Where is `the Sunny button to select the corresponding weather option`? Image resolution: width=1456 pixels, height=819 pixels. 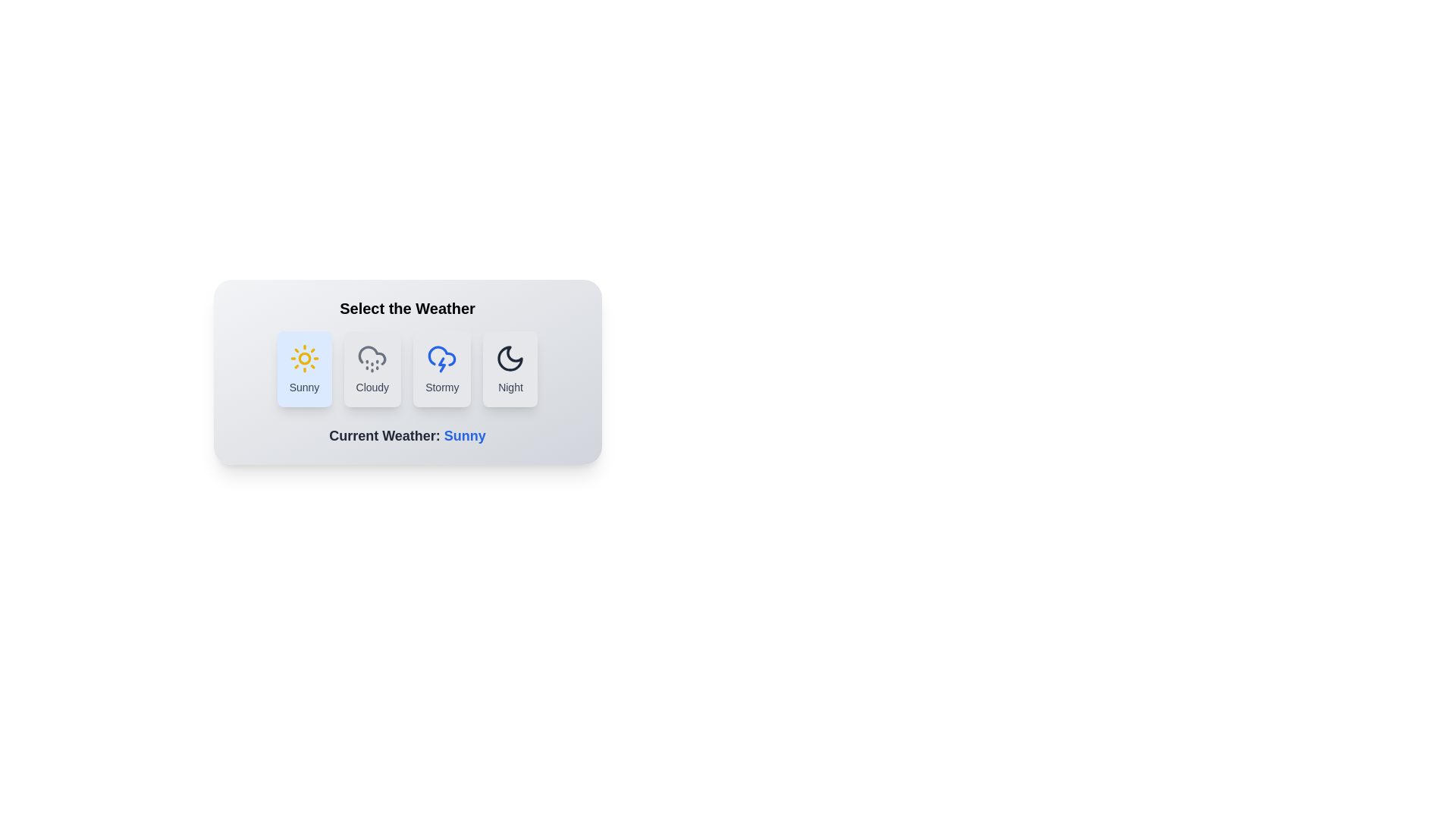 the Sunny button to select the corresponding weather option is located at coordinates (303, 369).